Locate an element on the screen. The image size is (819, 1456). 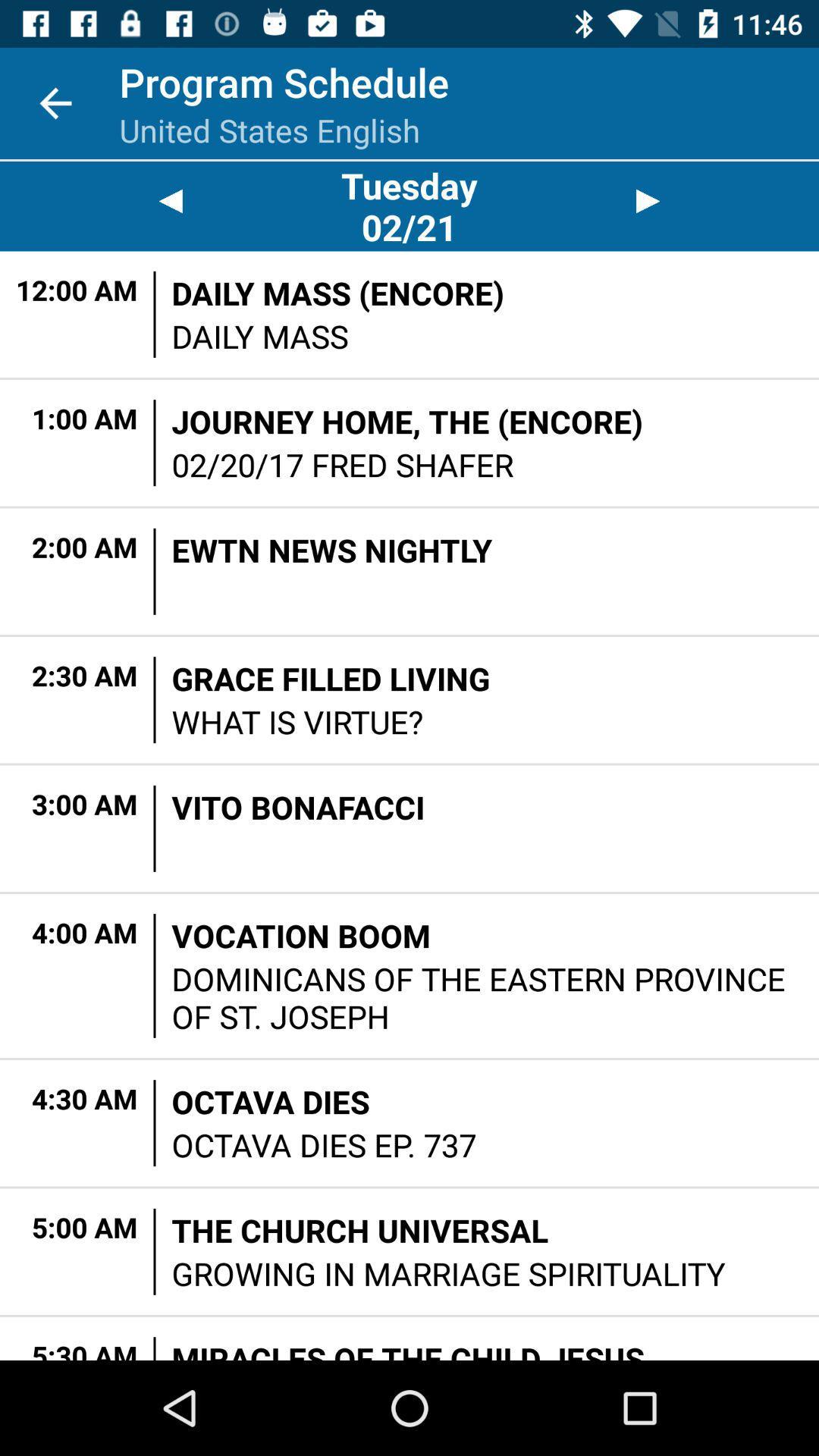
next day is located at coordinates (648, 200).